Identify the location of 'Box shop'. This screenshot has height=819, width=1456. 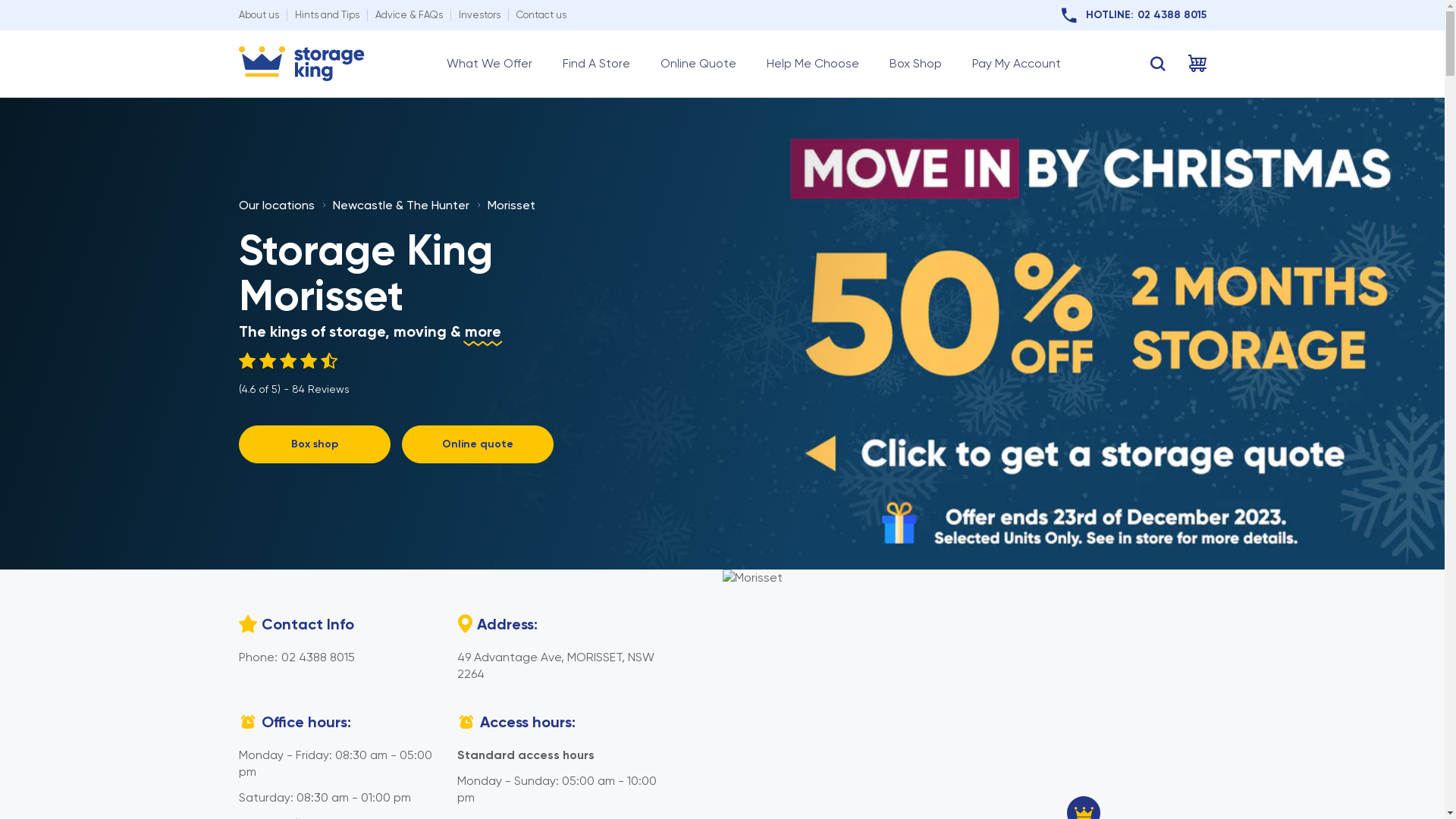
(312, 444).